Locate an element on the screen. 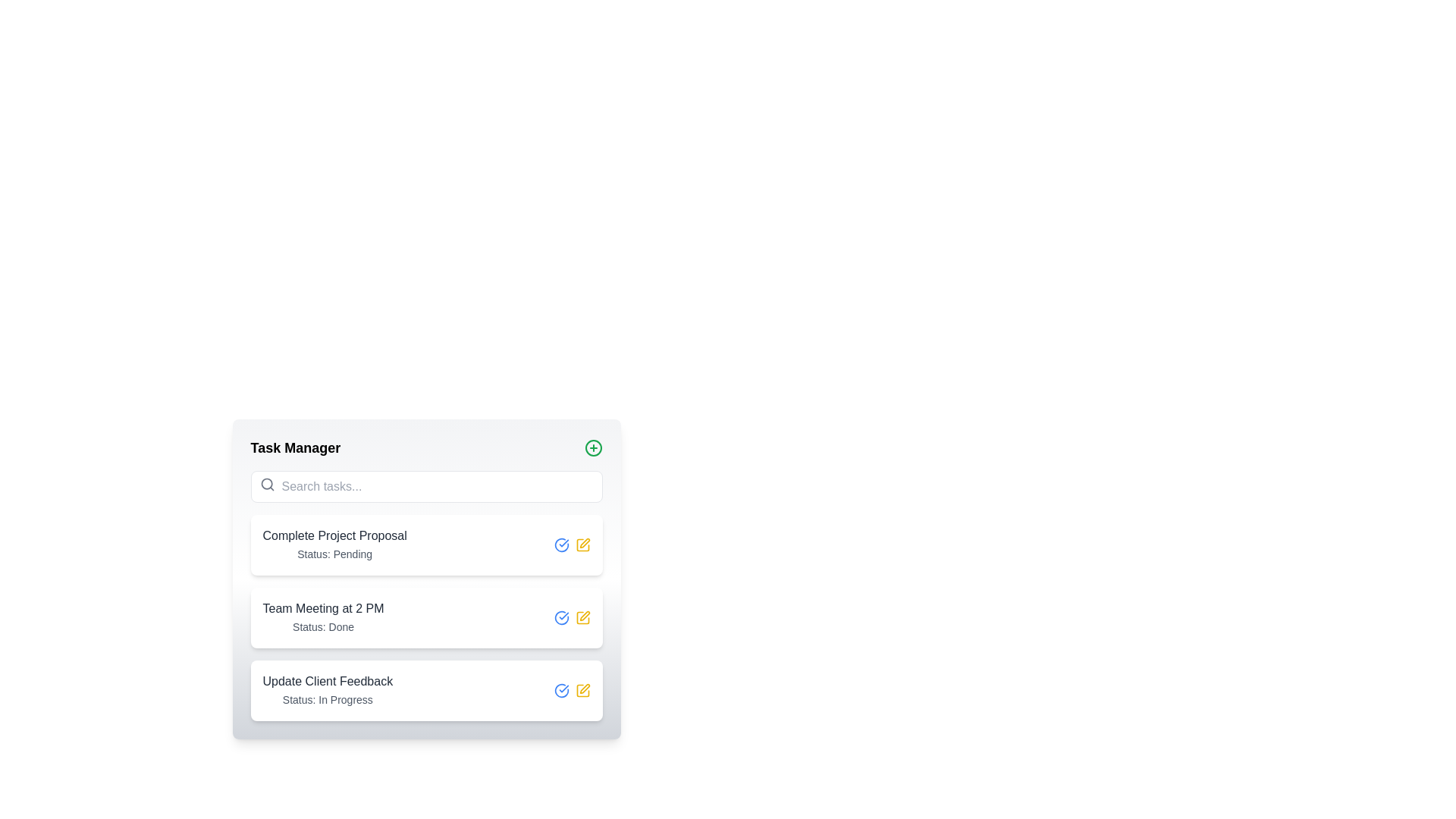 This screenshot has height=819, width=1456. within the interface of the Icon group containing a blue checkmark icon and a yellow pencil icon, located in the 'Complete Project Proposal' task card is located at coordinates (571, 544).